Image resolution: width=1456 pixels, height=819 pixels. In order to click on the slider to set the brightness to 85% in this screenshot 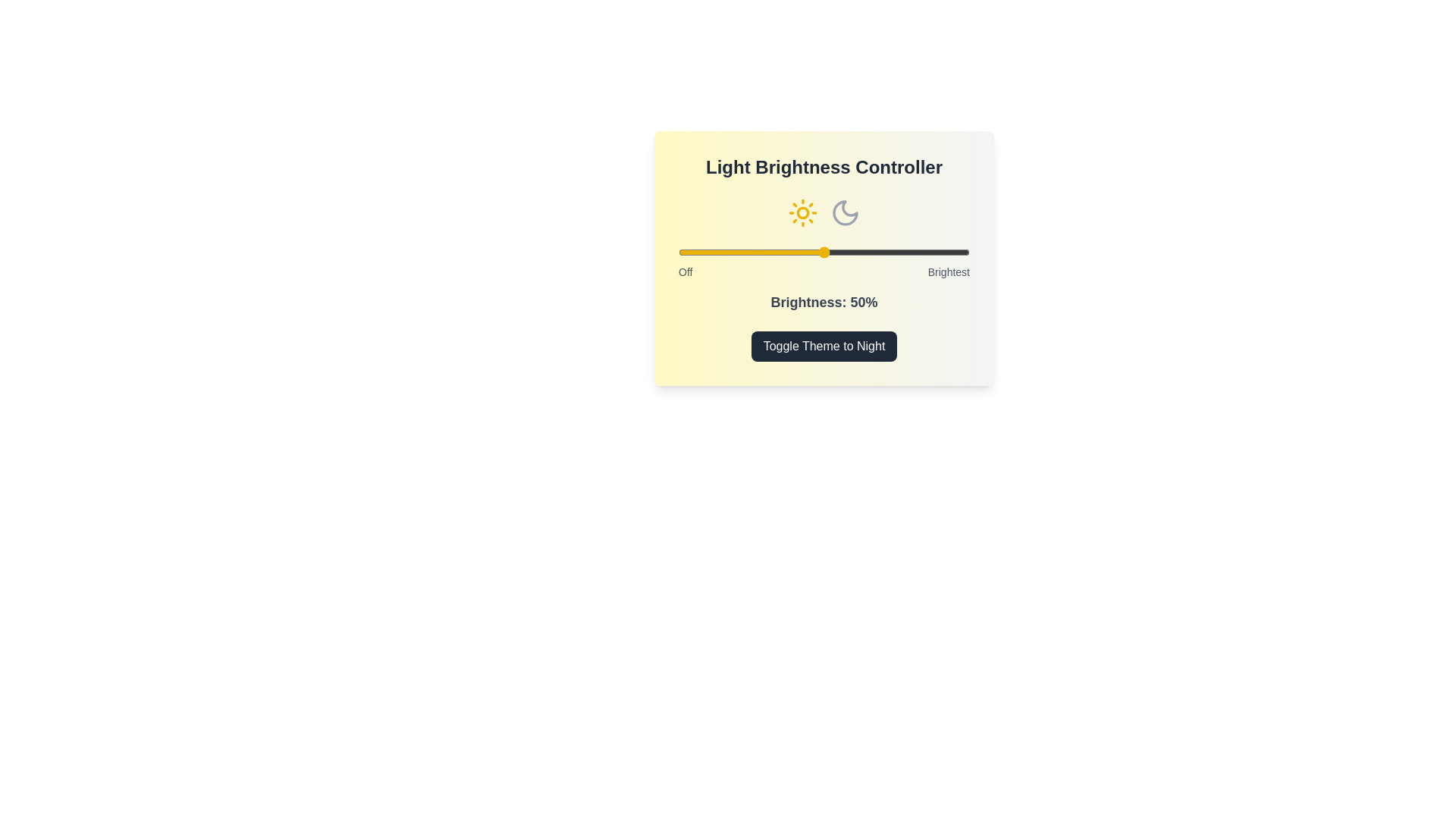, I will do `click(925, 251)`.